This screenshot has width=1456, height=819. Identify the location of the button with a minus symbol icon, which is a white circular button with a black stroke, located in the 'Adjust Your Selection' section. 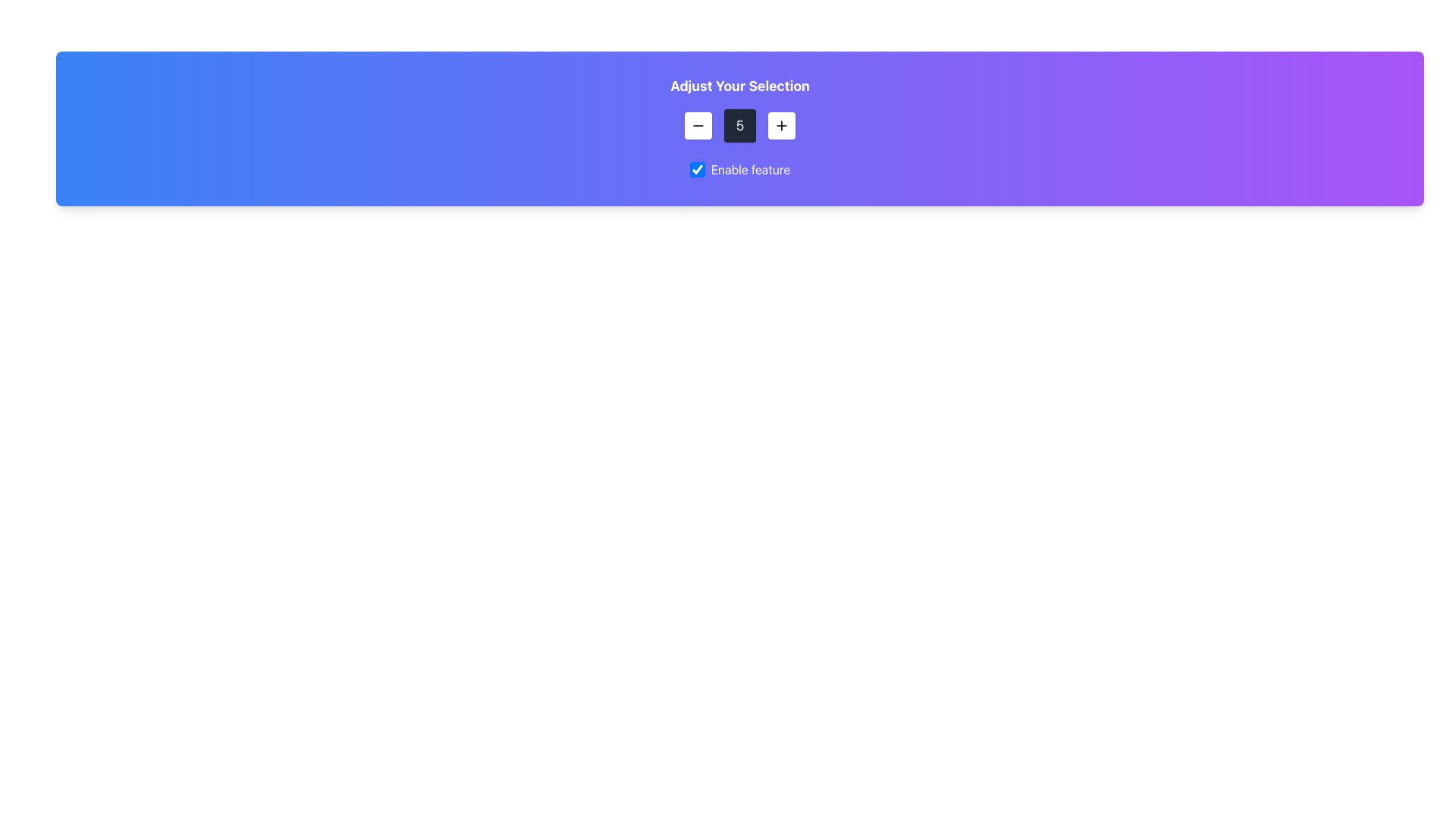
(697, 124).